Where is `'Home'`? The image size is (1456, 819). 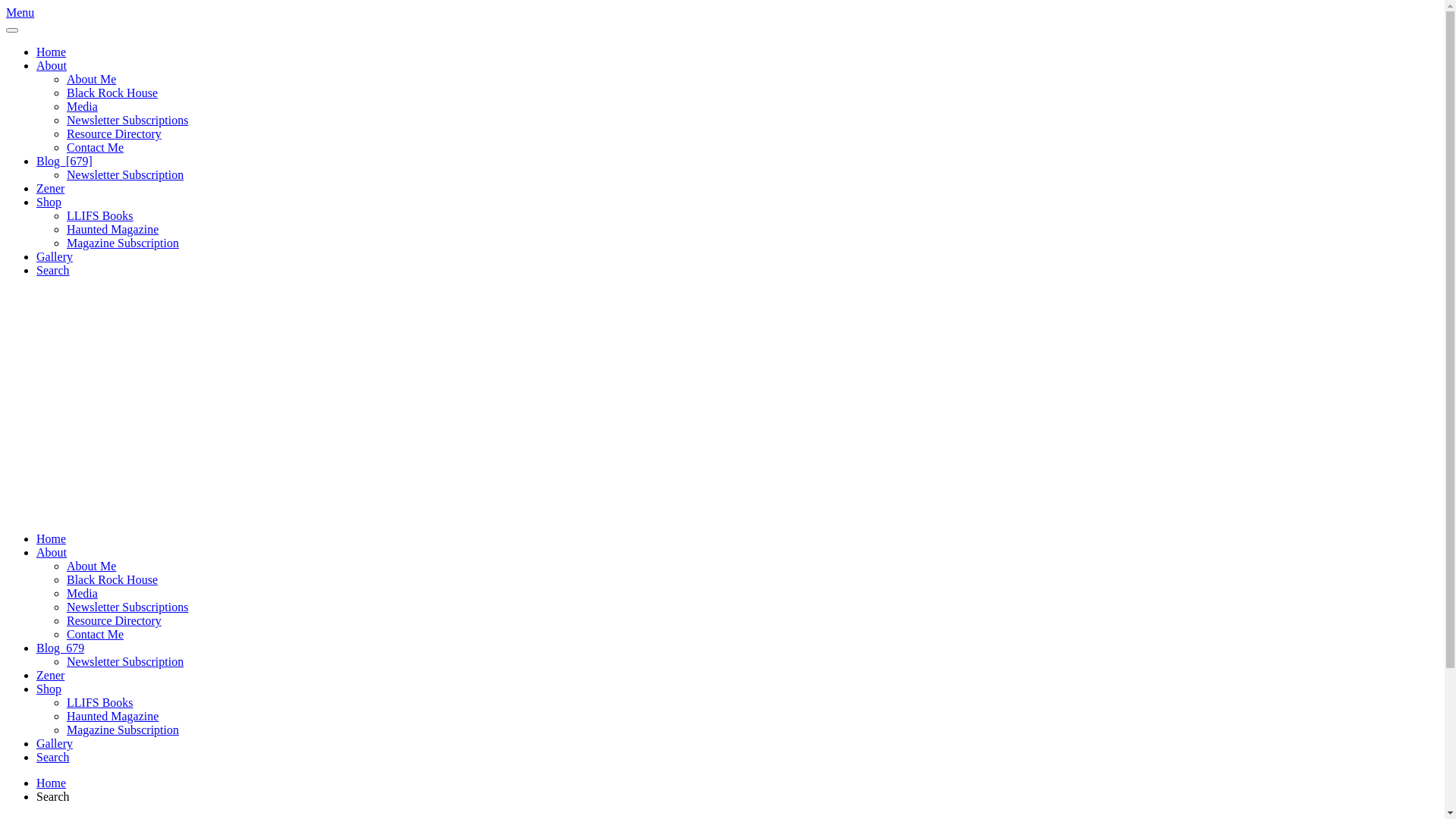 'Home' is located at coordinates (51, 51).